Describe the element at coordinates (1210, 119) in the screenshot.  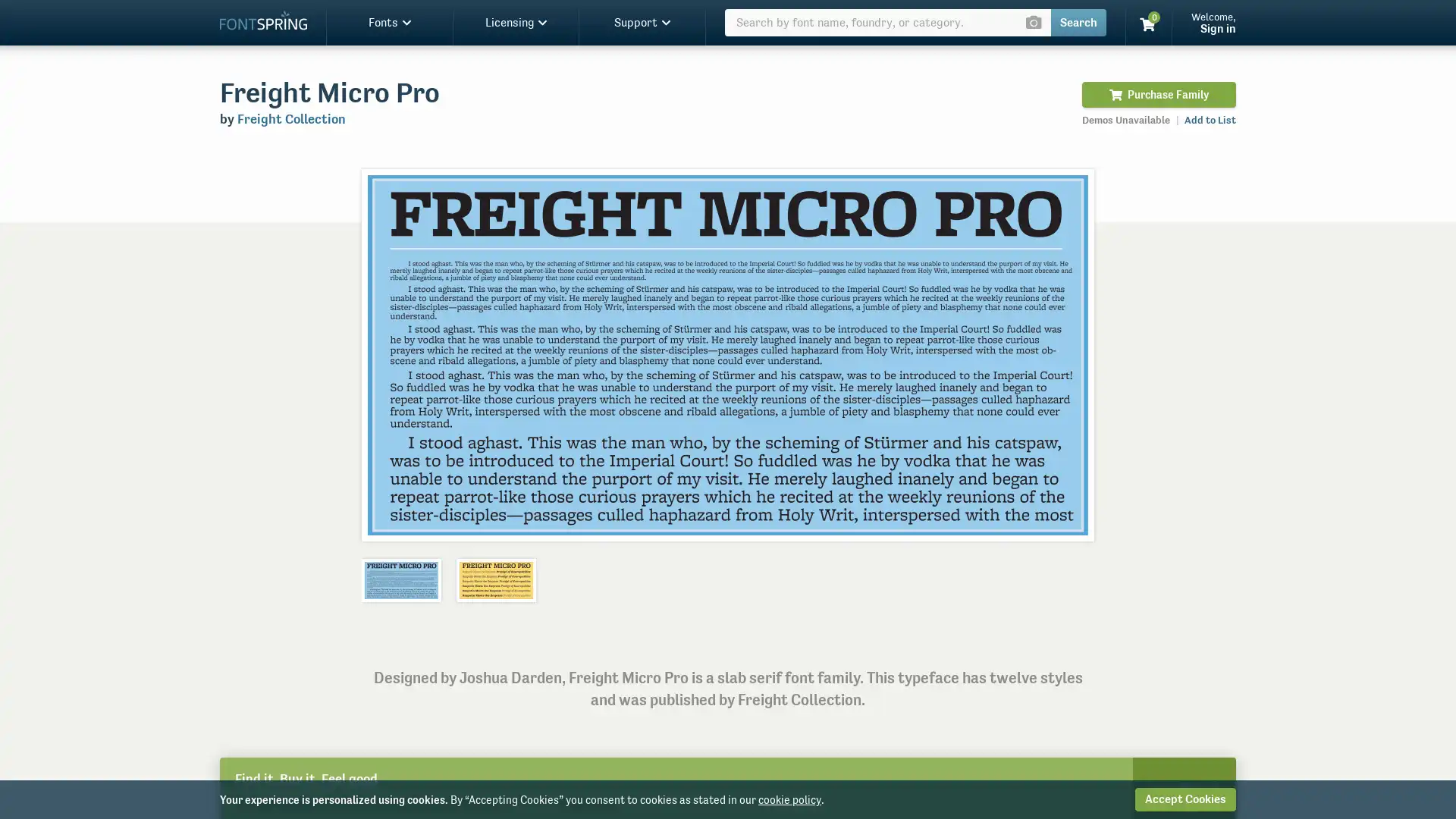
I see `Add to List` at that location.